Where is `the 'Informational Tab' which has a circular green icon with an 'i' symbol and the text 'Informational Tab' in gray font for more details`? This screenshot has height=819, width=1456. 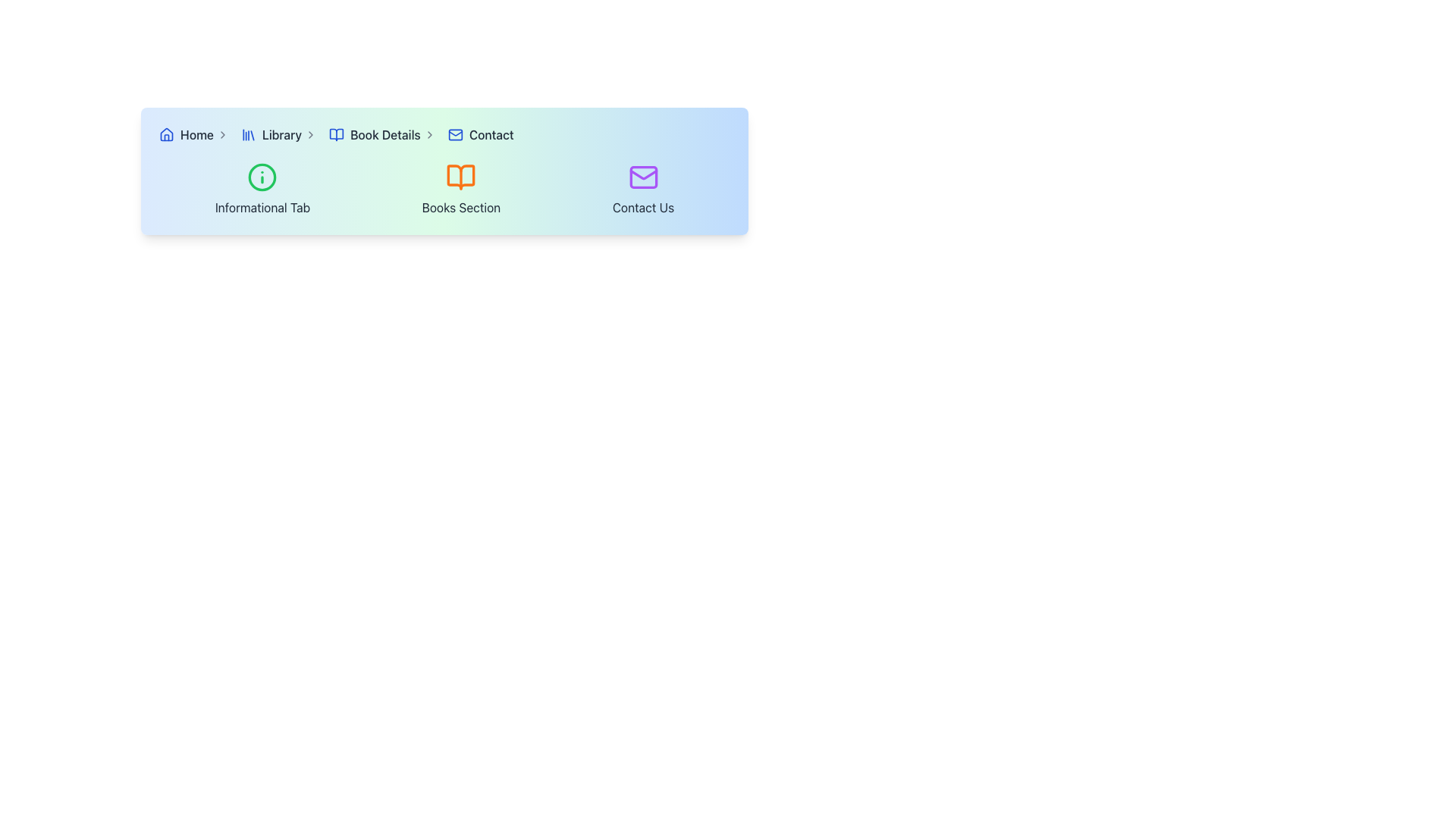 the 'Informational Tab' which has a circular green icon with an 'i' symbol and the text 'Informational Tab' in gray font for more details is located at coordinates (262, 189).